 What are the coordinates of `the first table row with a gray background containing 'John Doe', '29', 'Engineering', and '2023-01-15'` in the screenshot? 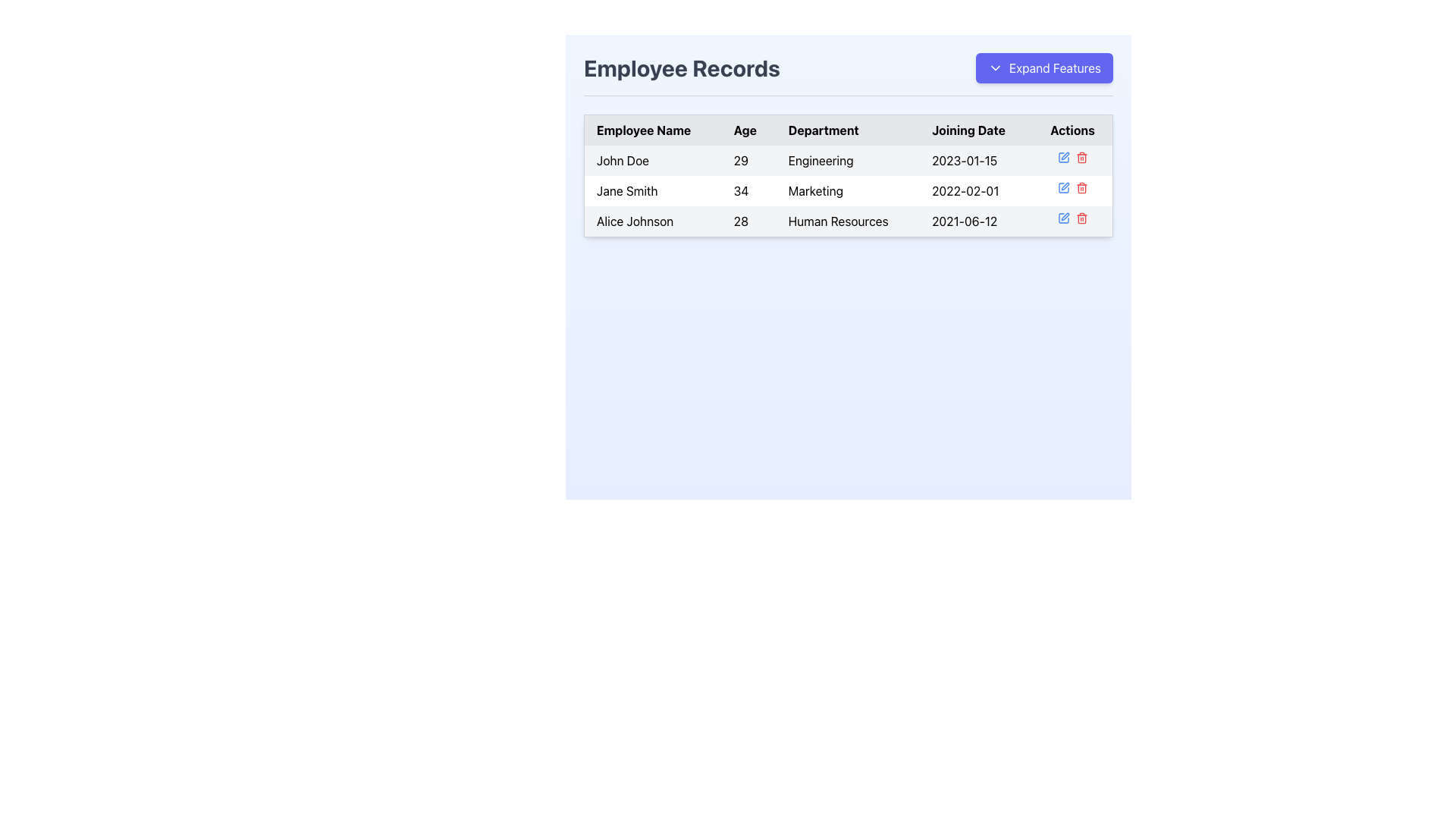 It's located at (847, 161).